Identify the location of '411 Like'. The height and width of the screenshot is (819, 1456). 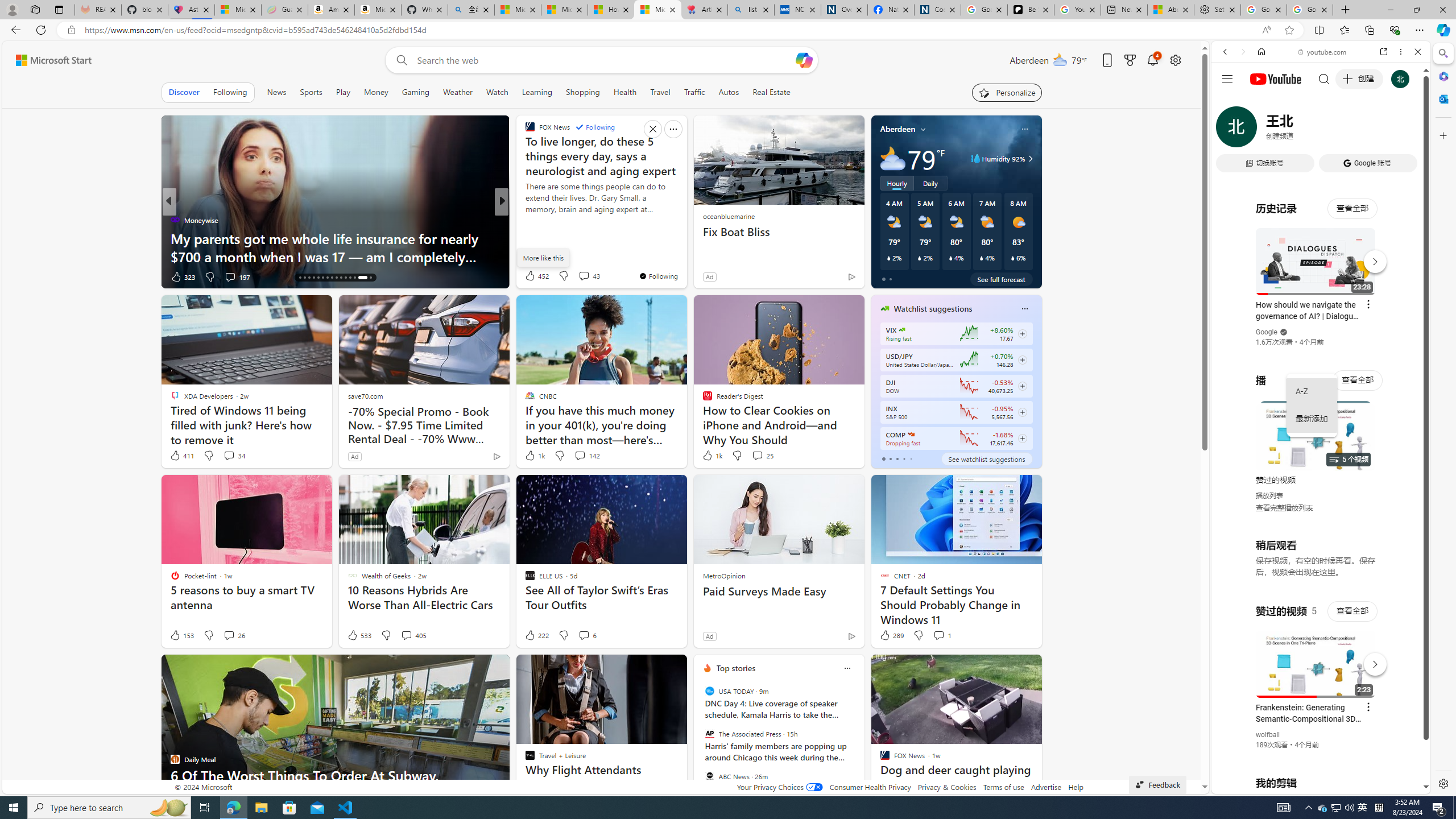
(180, 455).